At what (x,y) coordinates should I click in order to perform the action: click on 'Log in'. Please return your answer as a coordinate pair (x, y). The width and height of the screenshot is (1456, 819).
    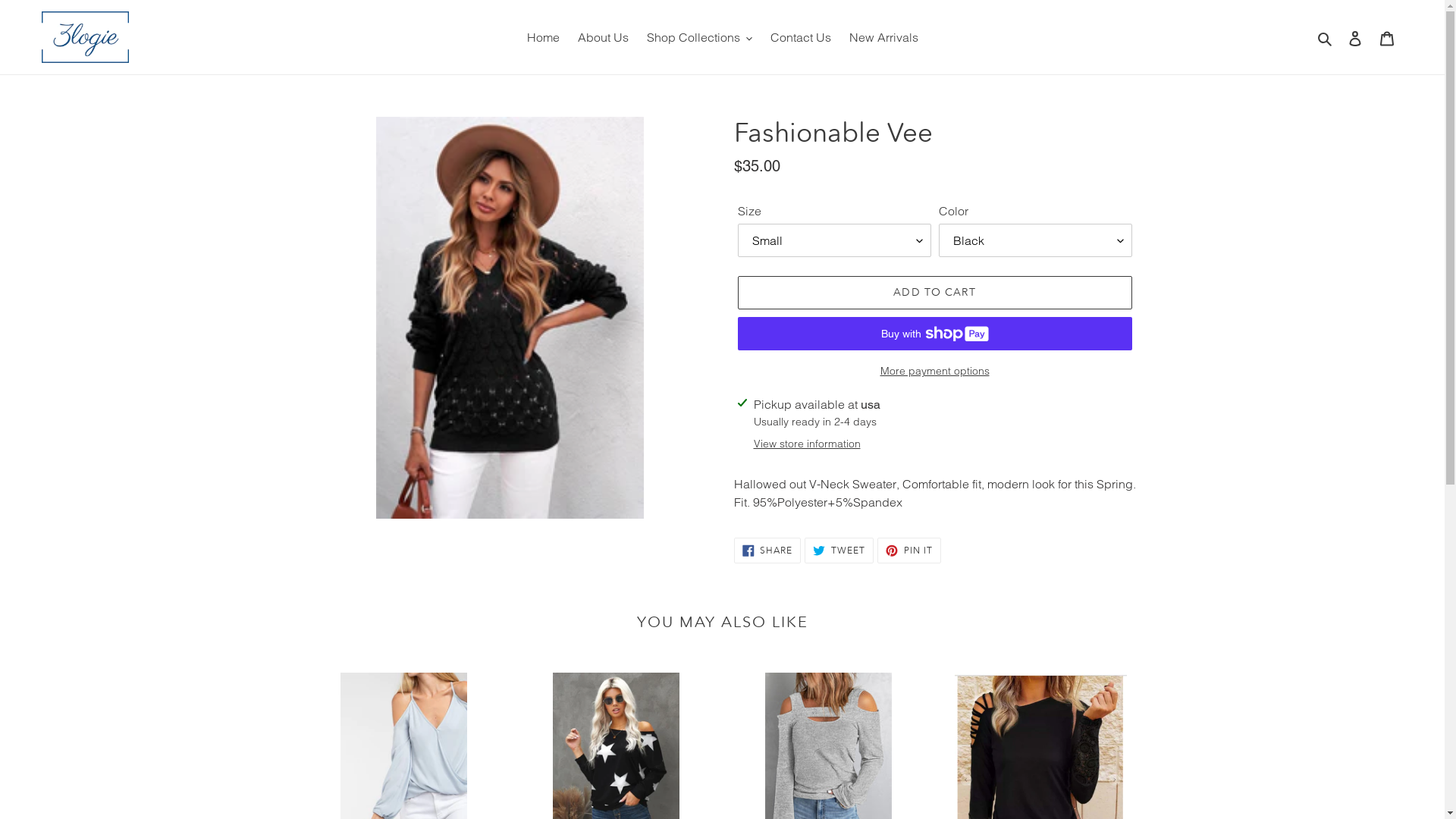
    Looking at the image, I should click on (1354, 36).